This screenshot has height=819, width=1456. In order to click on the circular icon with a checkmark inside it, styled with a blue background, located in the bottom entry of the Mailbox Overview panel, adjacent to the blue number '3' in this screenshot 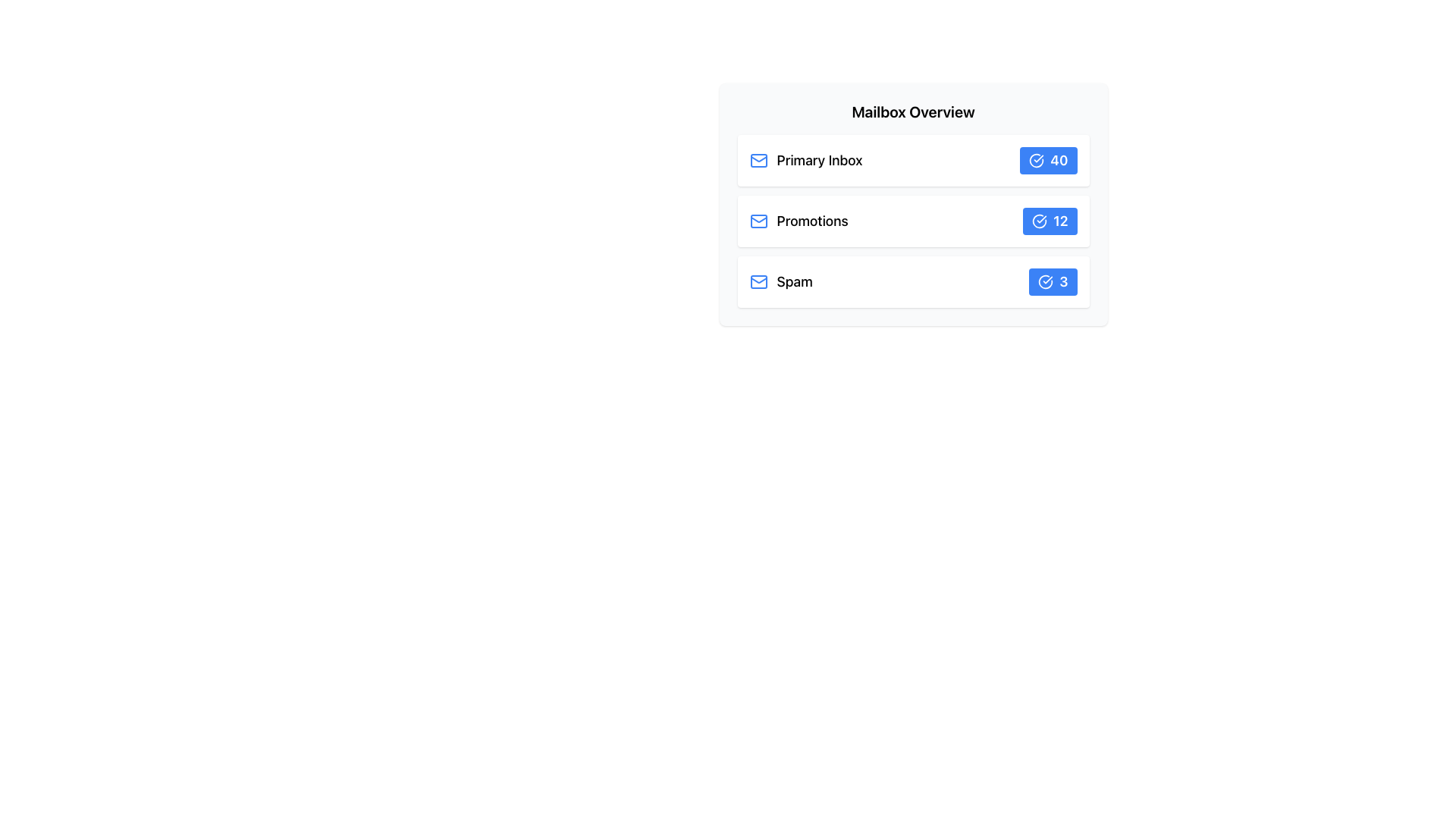, I will do `click(1045, 281)`.